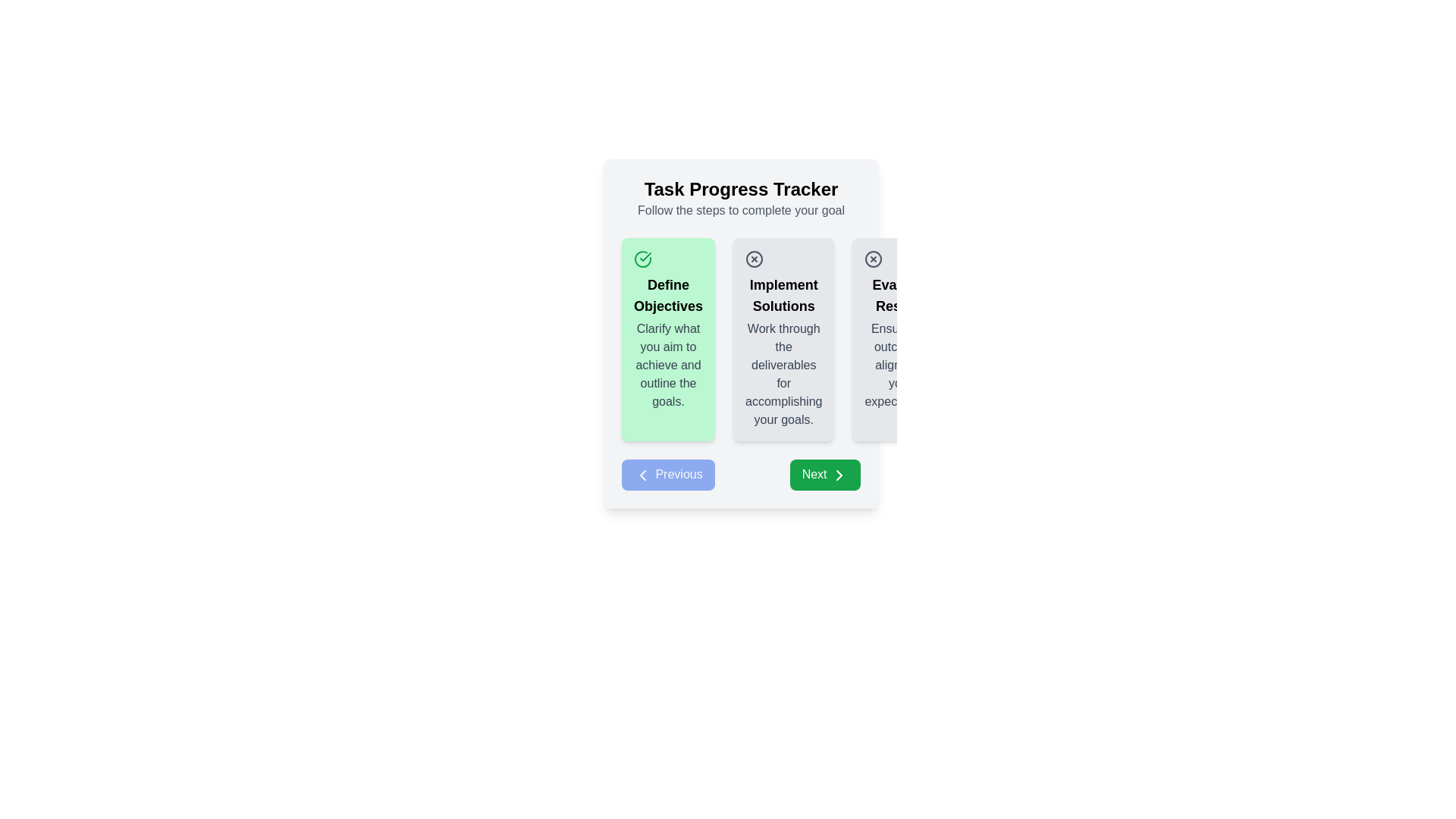 The height and width of the screenshot is (819, 1456). I want to click on bold text 'Define Objectives' that is centrally located on the green card component in the upper section of the interface, so click(667, 295).